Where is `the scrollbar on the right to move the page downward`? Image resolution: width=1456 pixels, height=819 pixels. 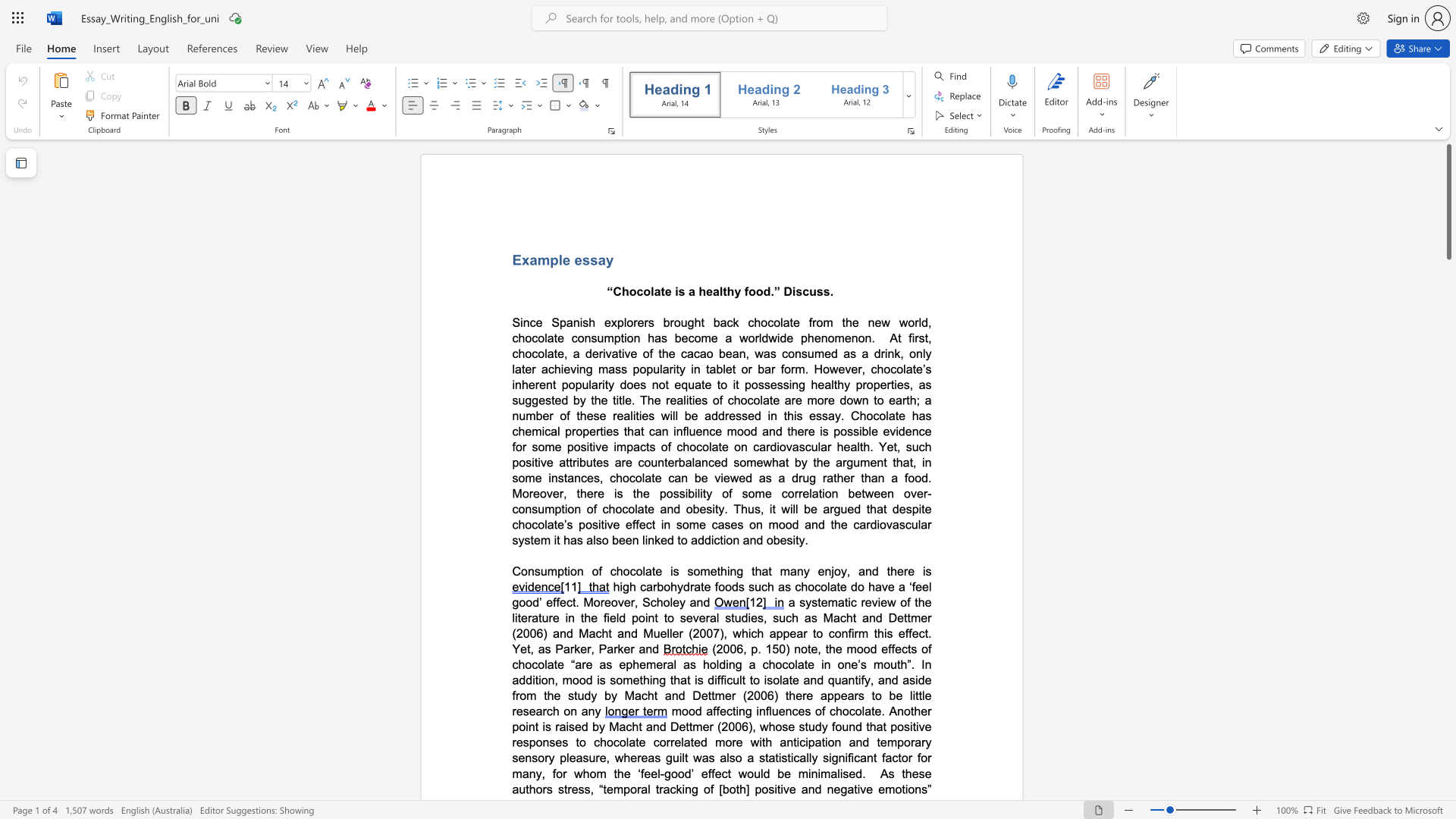 the scrollbar on the right to move the page downward is located at coordinates (1448, 378).